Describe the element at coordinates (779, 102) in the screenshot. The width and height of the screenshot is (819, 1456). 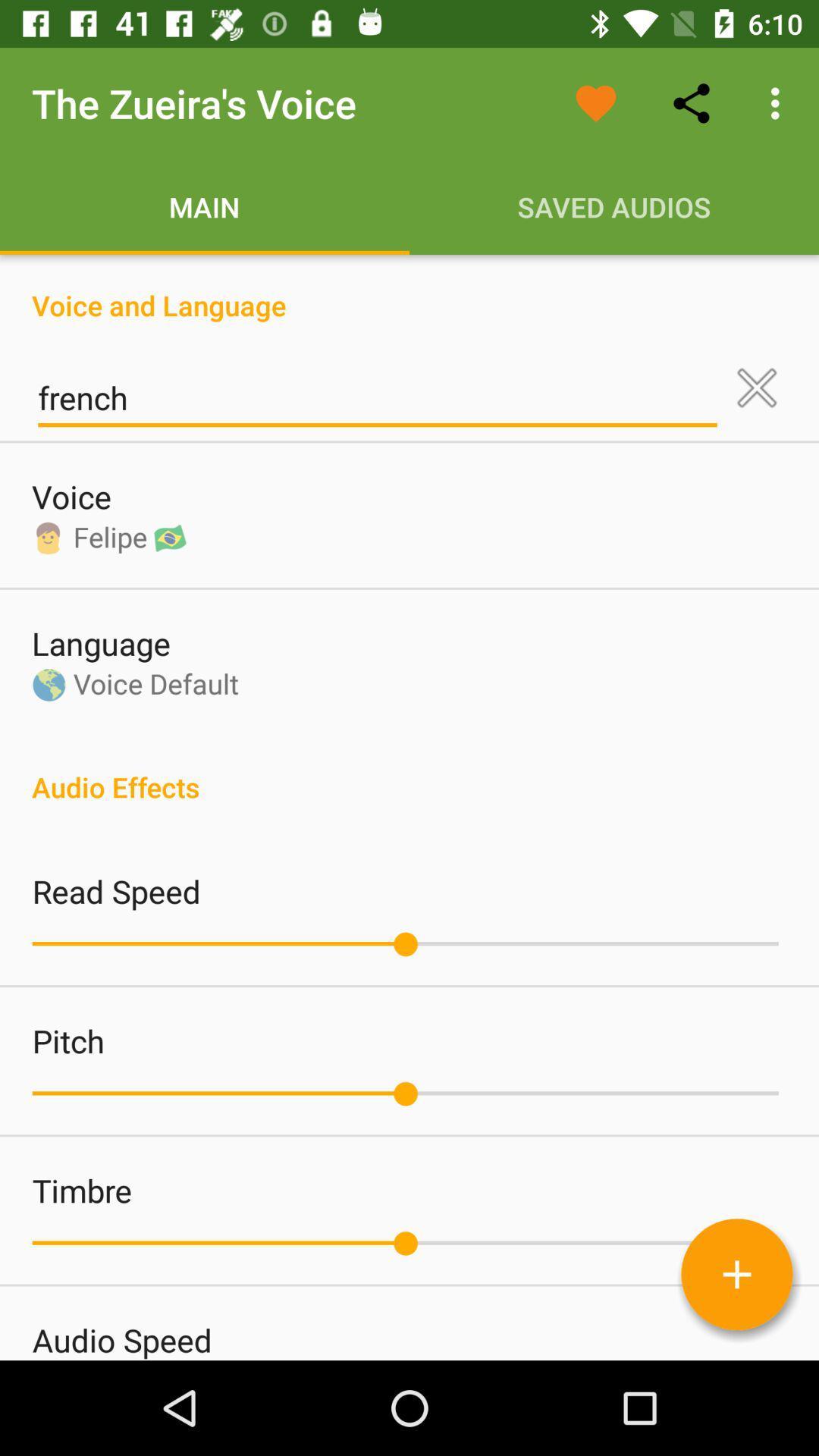
I see `the item above the voice and language item` at that location.